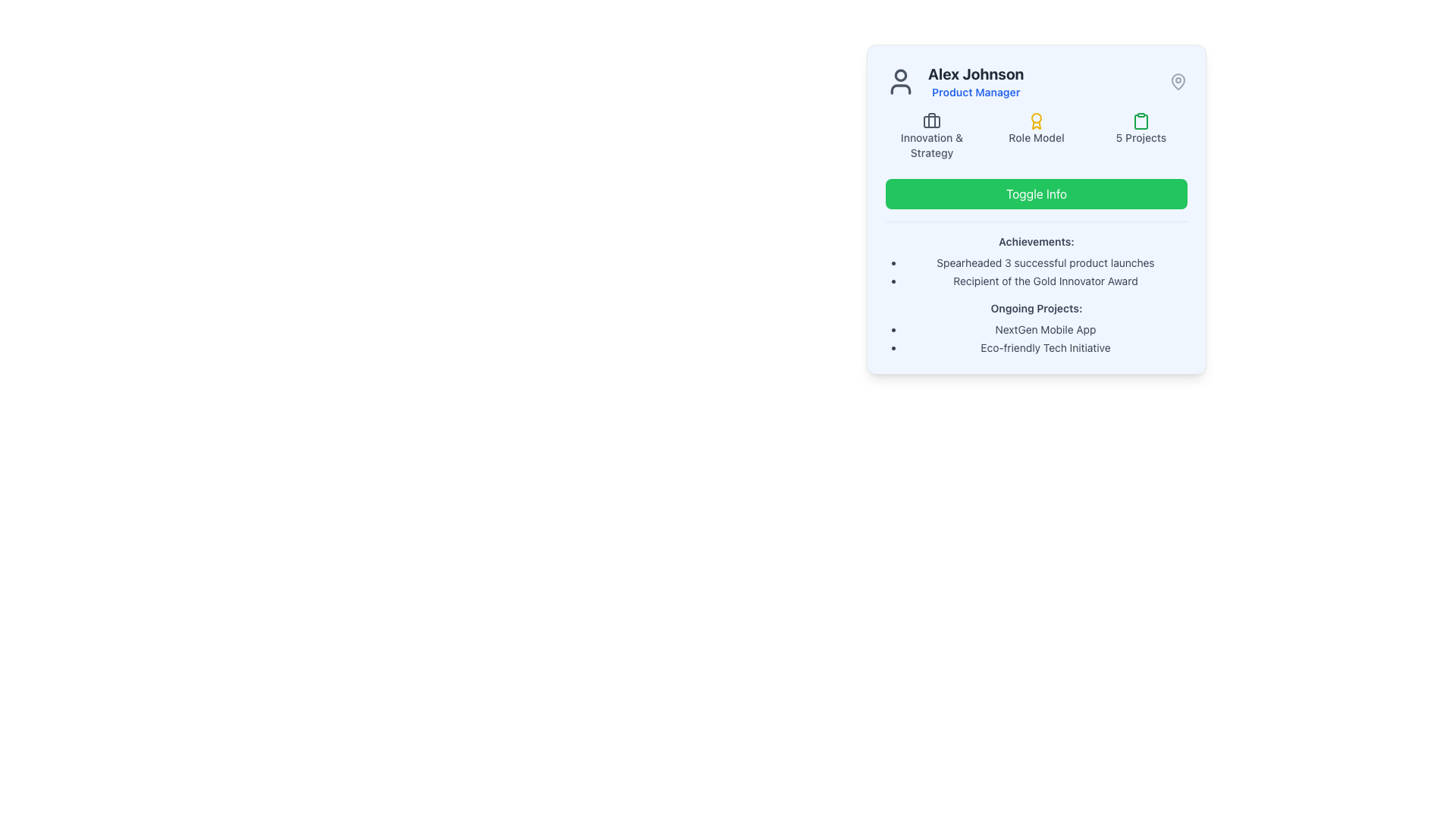 The height and width of the screenshot is (819, 1456). What do you see at coordinates (1036, 338) in the screenshot?
I see `the second list item under the 'Ongoing Projects:' section, which contains the text entries 'NextGen Mobile App' and 'Eco-friendly Tech Initiative' on a light blue background` at bounding box center [1036, 338].